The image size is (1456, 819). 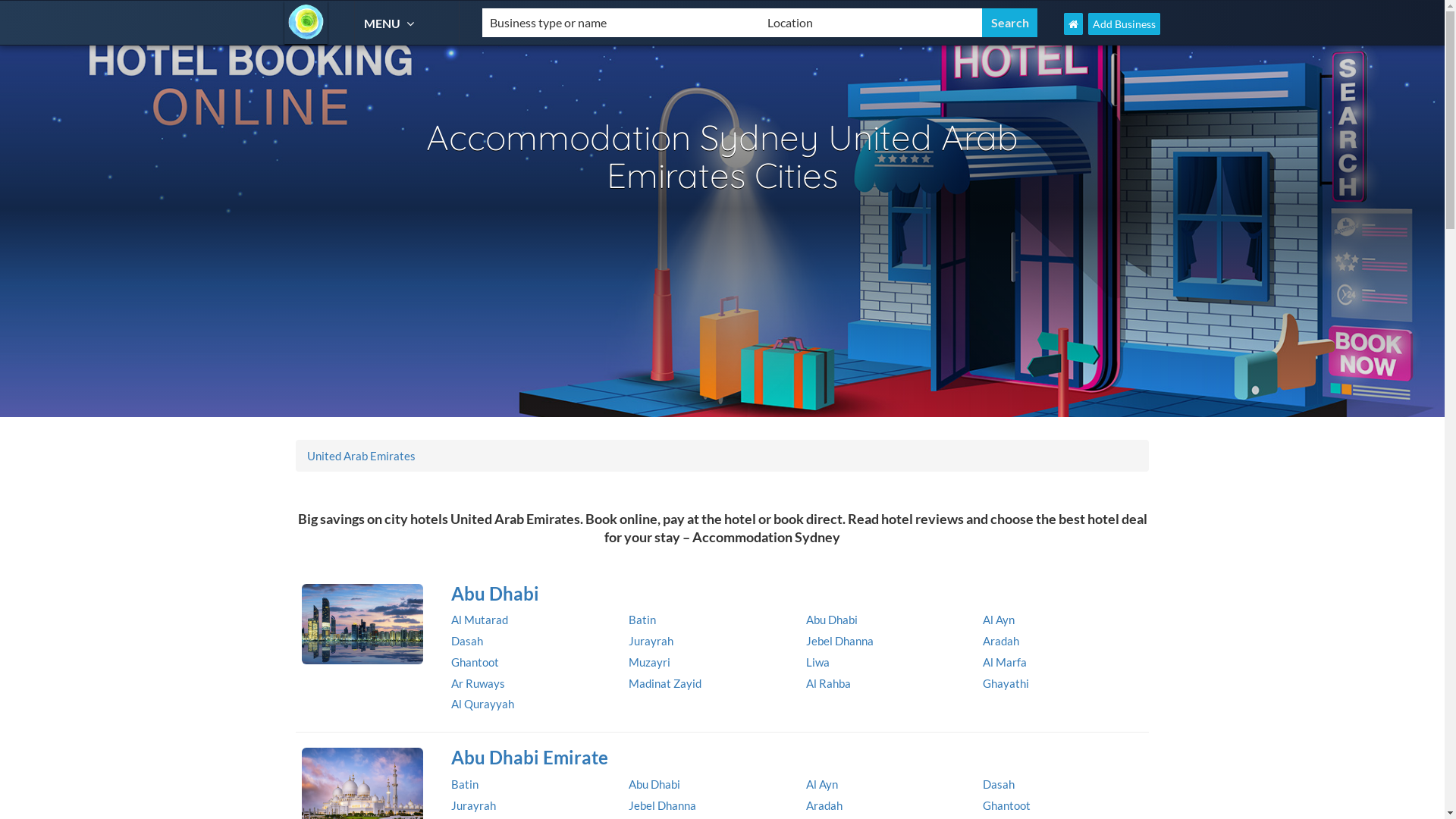 I want to click on 'Ar Ruways', so click(x=477, y=683).